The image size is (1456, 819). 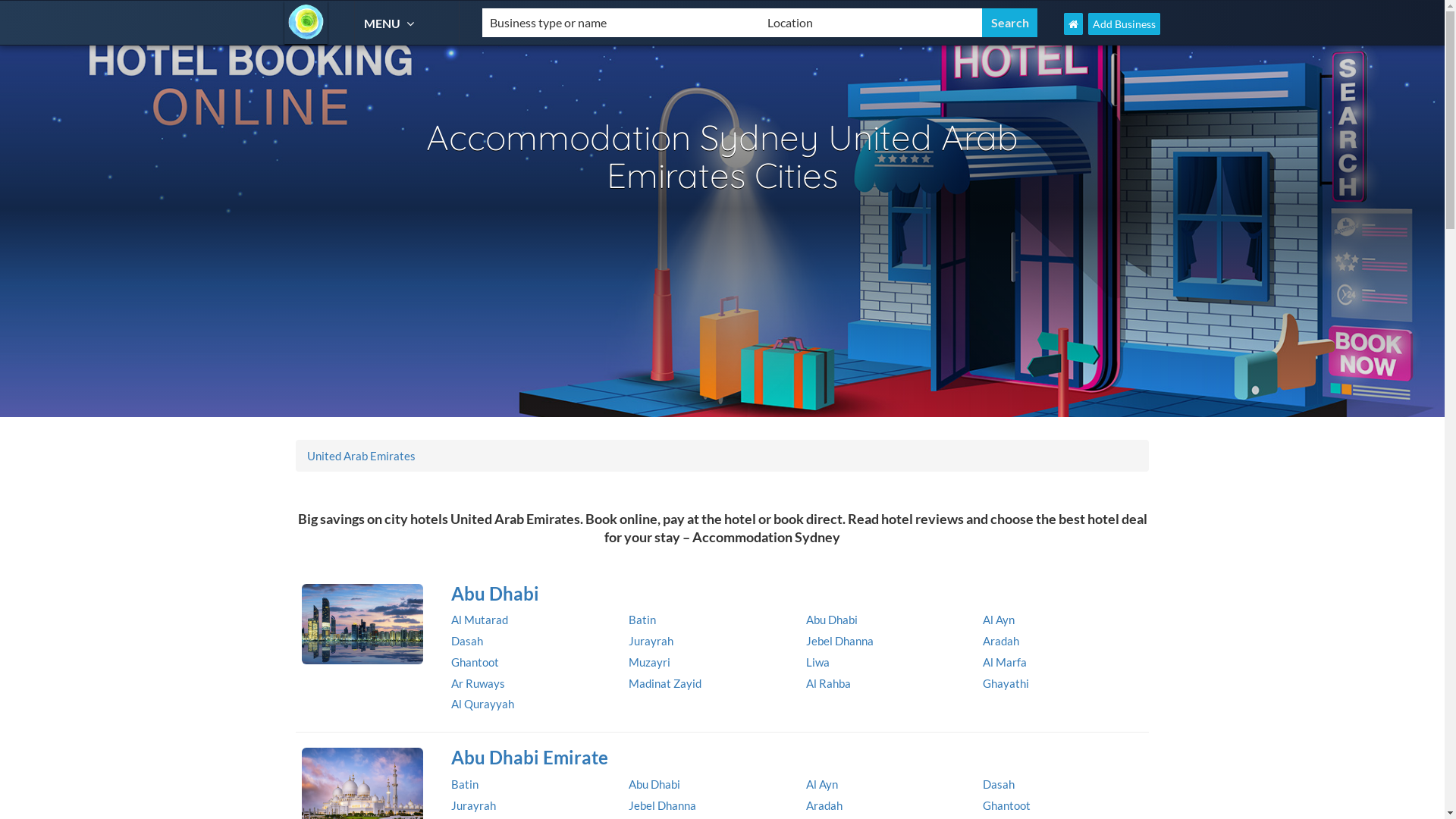 I want to click on 'Ar Ruways', so click(x=477, y=683).